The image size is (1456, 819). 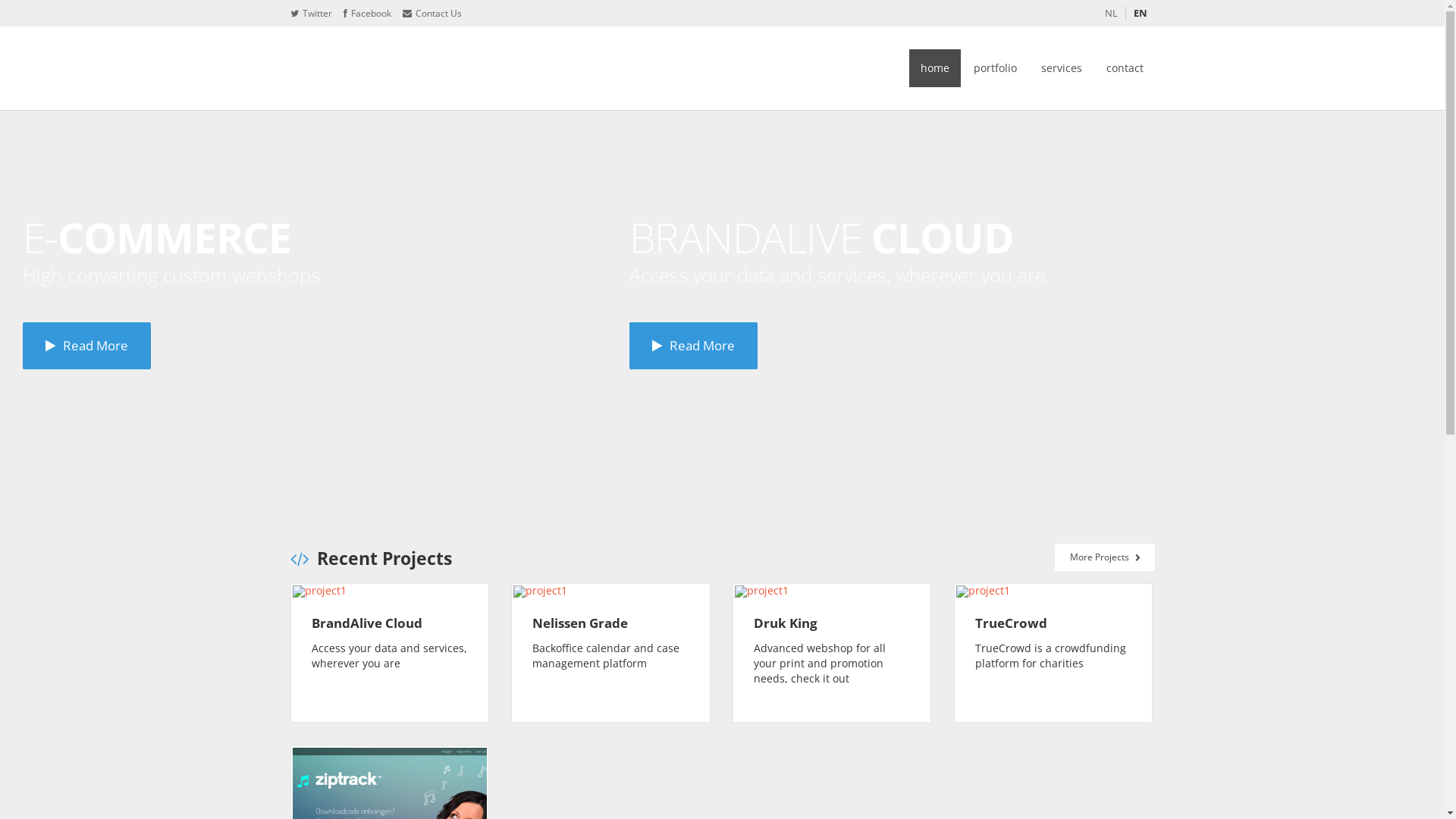 I want to click on 'Read More', so click(x=692, y=345).